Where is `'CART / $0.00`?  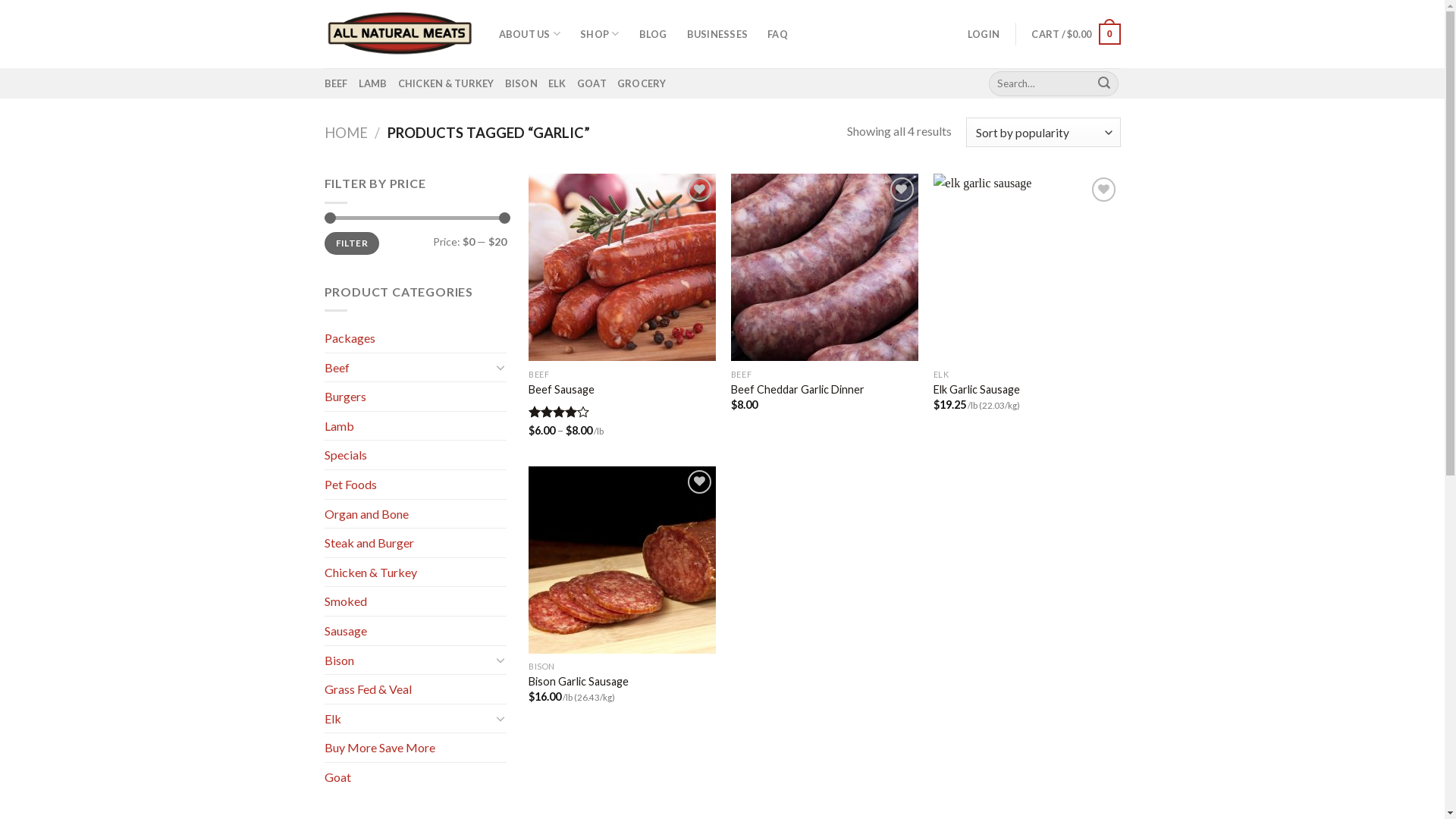
'CART / $0.00 is located at coordinates (1075, 34).